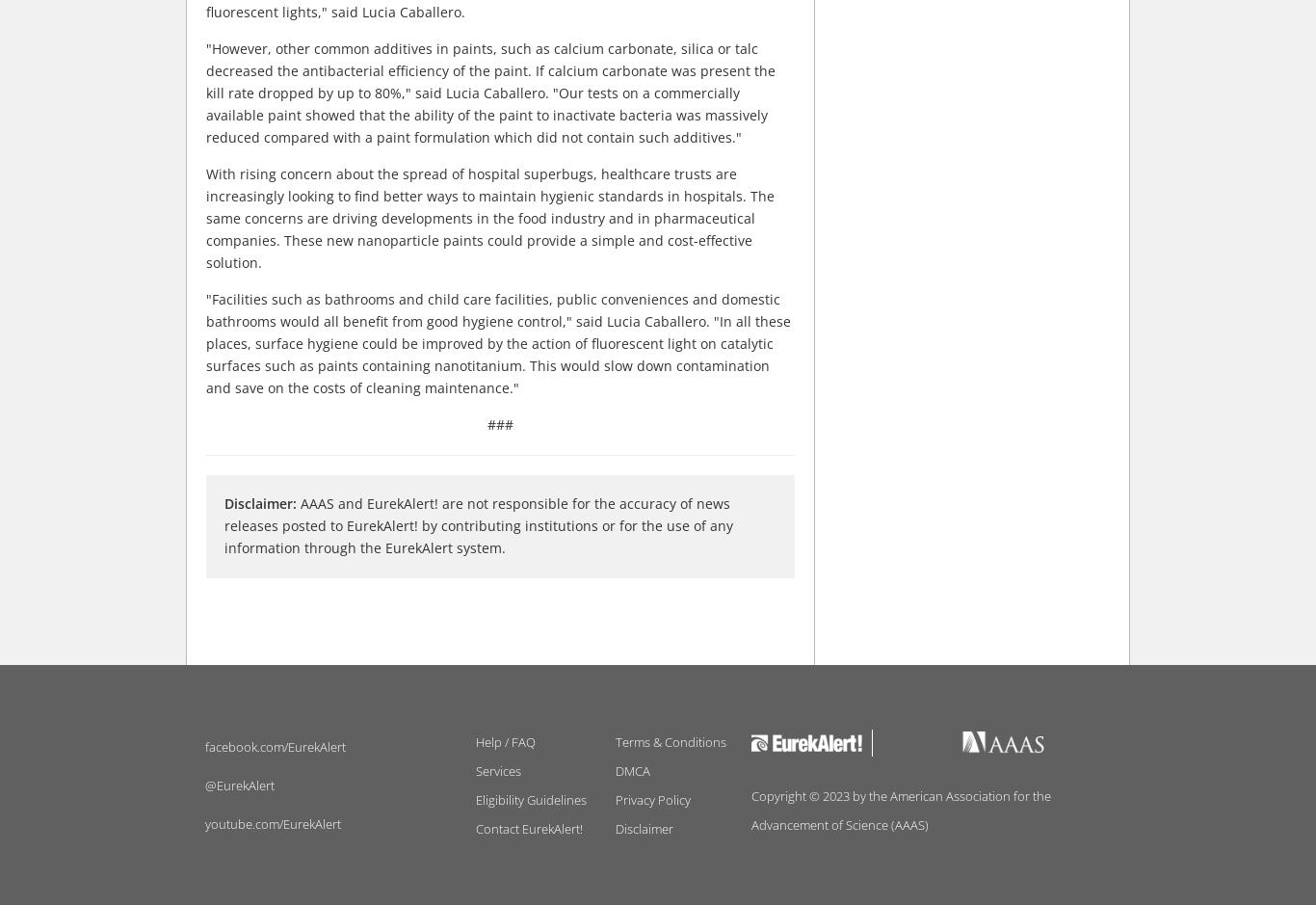  Describe the element at coordinates (900, 809) in the screenshot. I see `'Copyright © 2023 by the American Association for the Advancement of Science (AAAS)'` at that location.